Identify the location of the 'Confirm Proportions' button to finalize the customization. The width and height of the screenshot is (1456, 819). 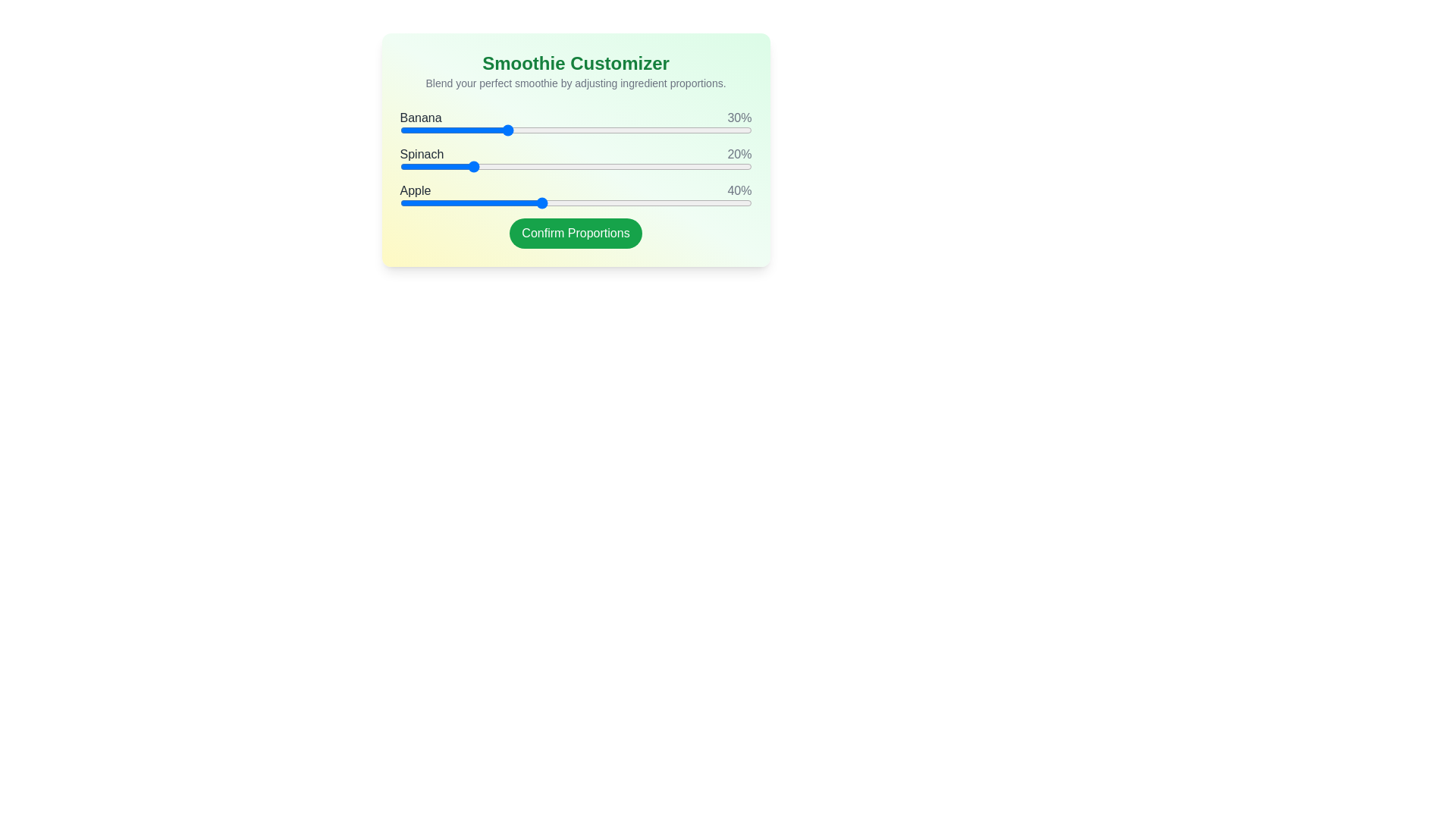
(575, 234).